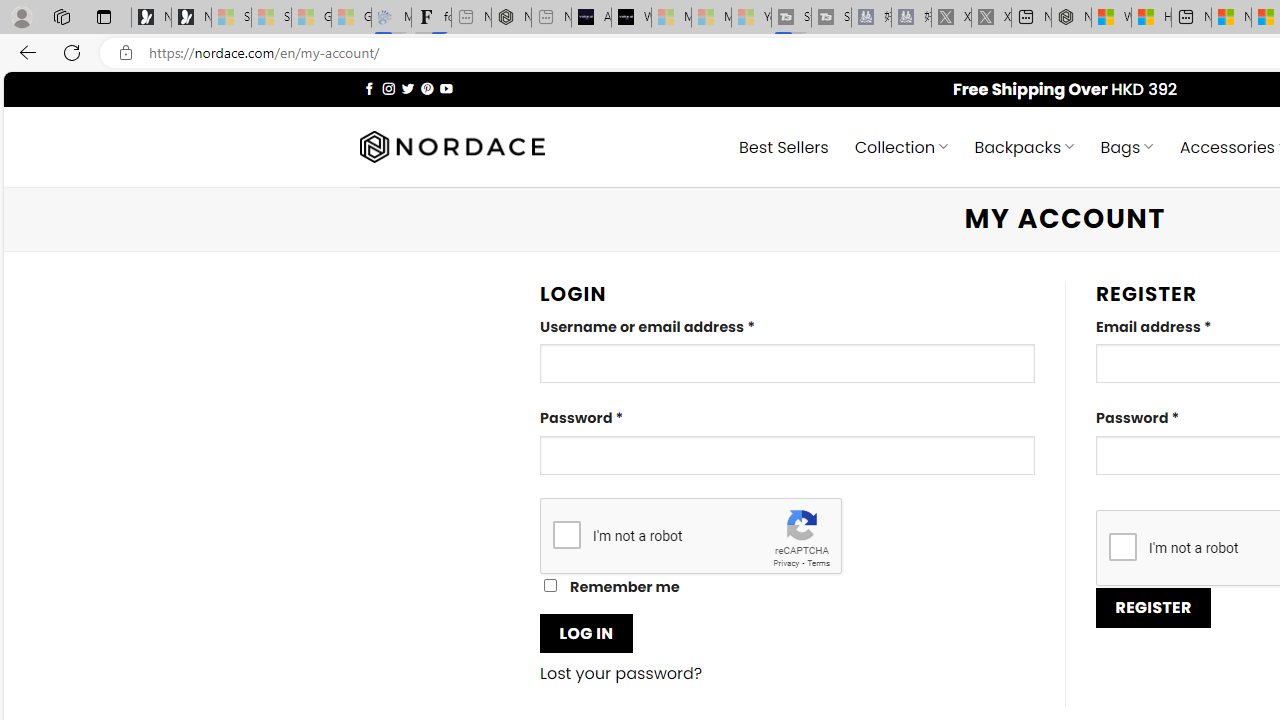 The height and width of the screenshot is (720, 1280). I want to click on 'Huge shark washes ashore at New York City beach | Watch', so click(1151, 17).